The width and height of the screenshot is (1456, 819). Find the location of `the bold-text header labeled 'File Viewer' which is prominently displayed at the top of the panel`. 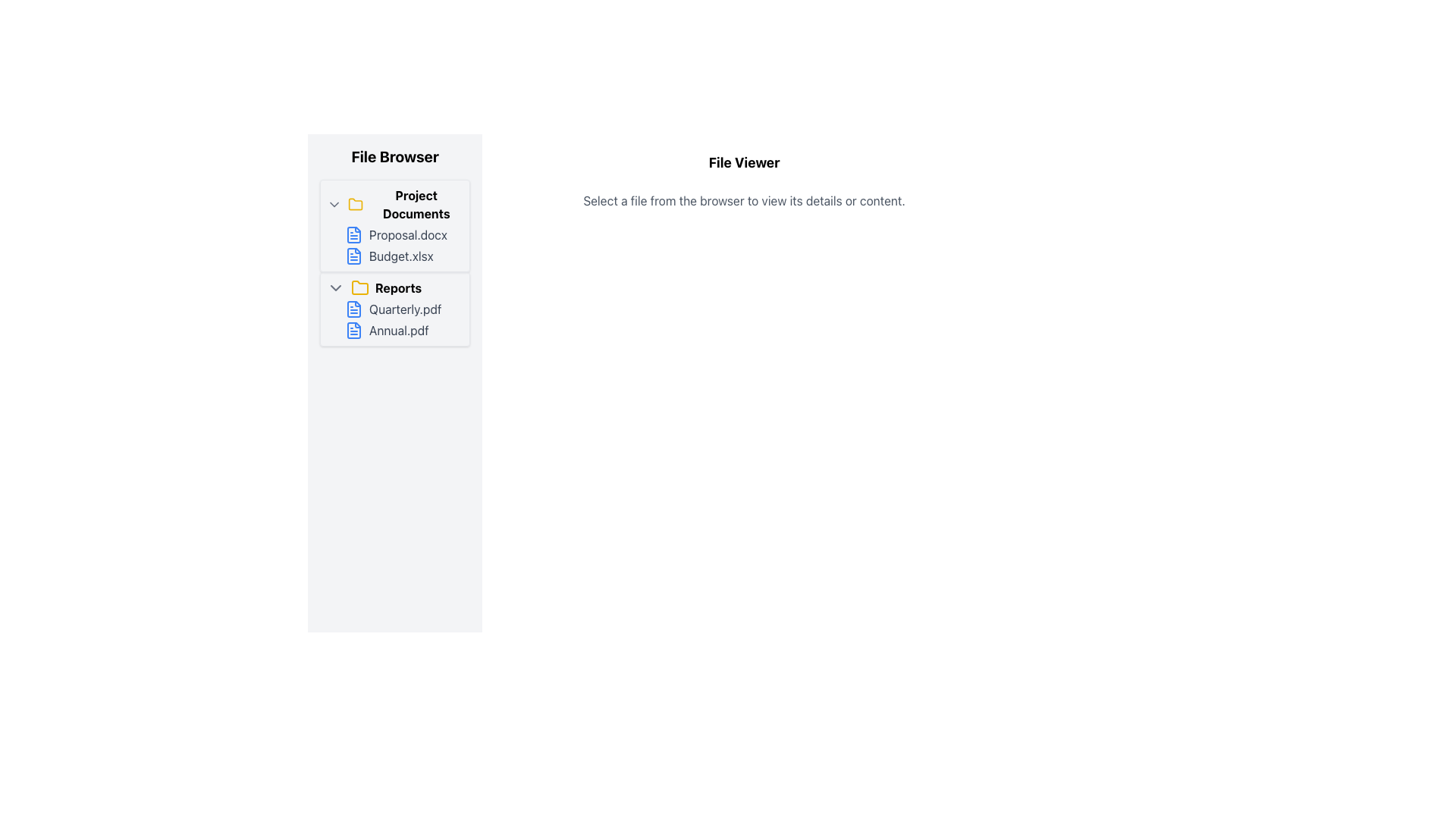

the bold-text header labeled 'File Viewer' which is prominently displayed at the top of the panel is located at coordinates (744, 163).